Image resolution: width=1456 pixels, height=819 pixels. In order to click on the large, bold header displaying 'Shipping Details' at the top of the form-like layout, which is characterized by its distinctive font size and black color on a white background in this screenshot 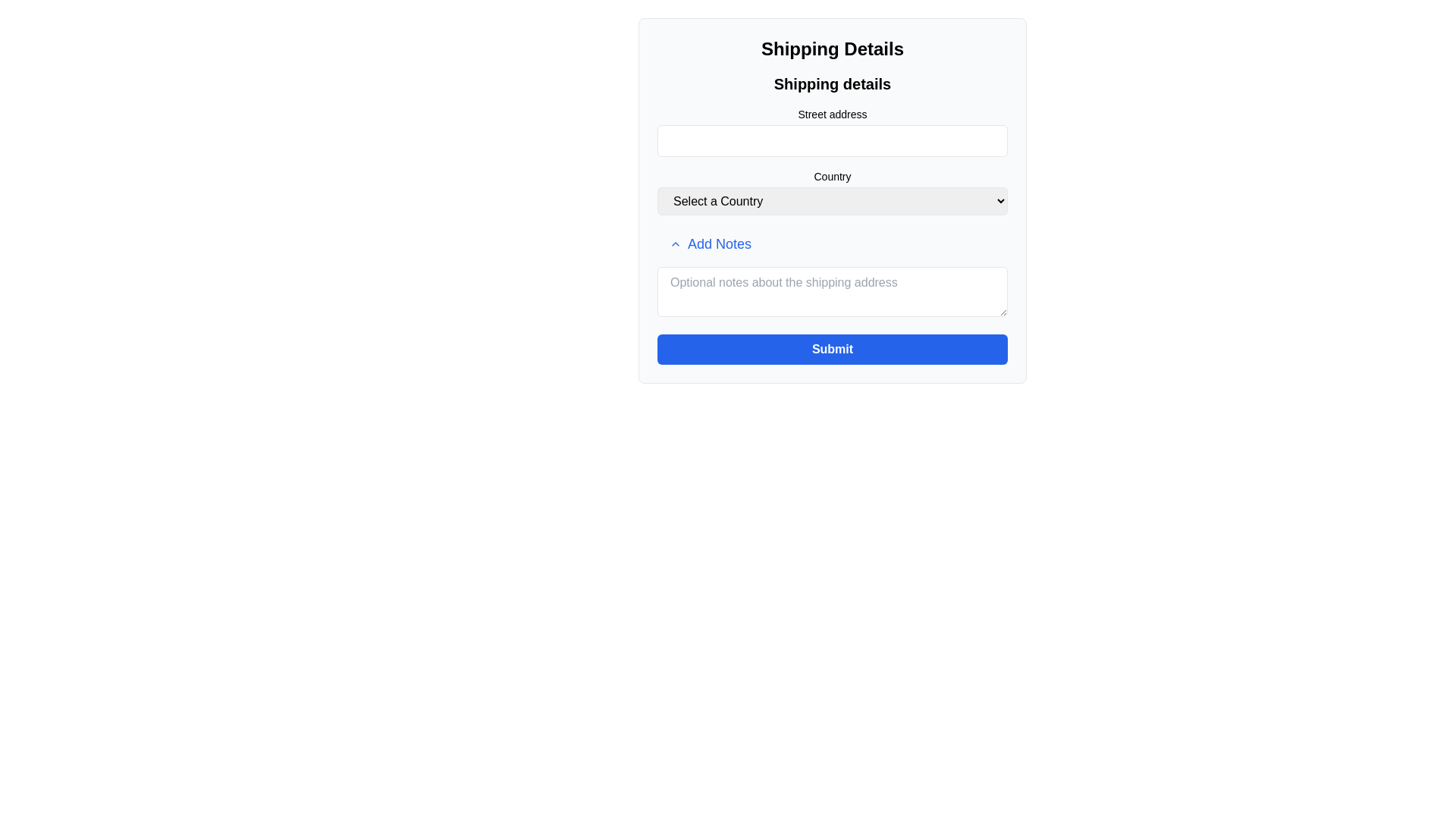, I will do `click(832, 49)`.